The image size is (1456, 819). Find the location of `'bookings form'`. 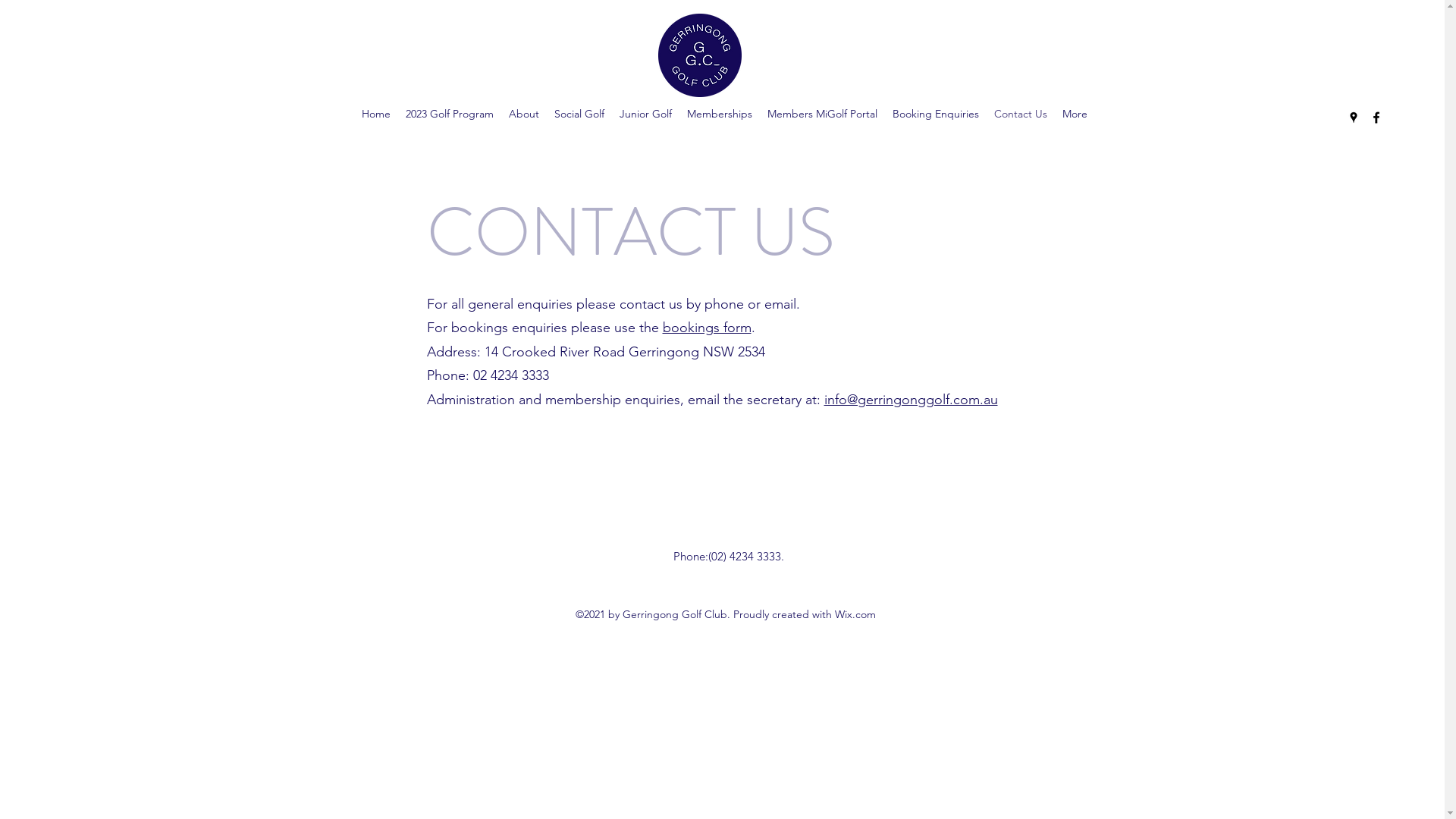

'bookings form' is located at coordinates (662, 327).